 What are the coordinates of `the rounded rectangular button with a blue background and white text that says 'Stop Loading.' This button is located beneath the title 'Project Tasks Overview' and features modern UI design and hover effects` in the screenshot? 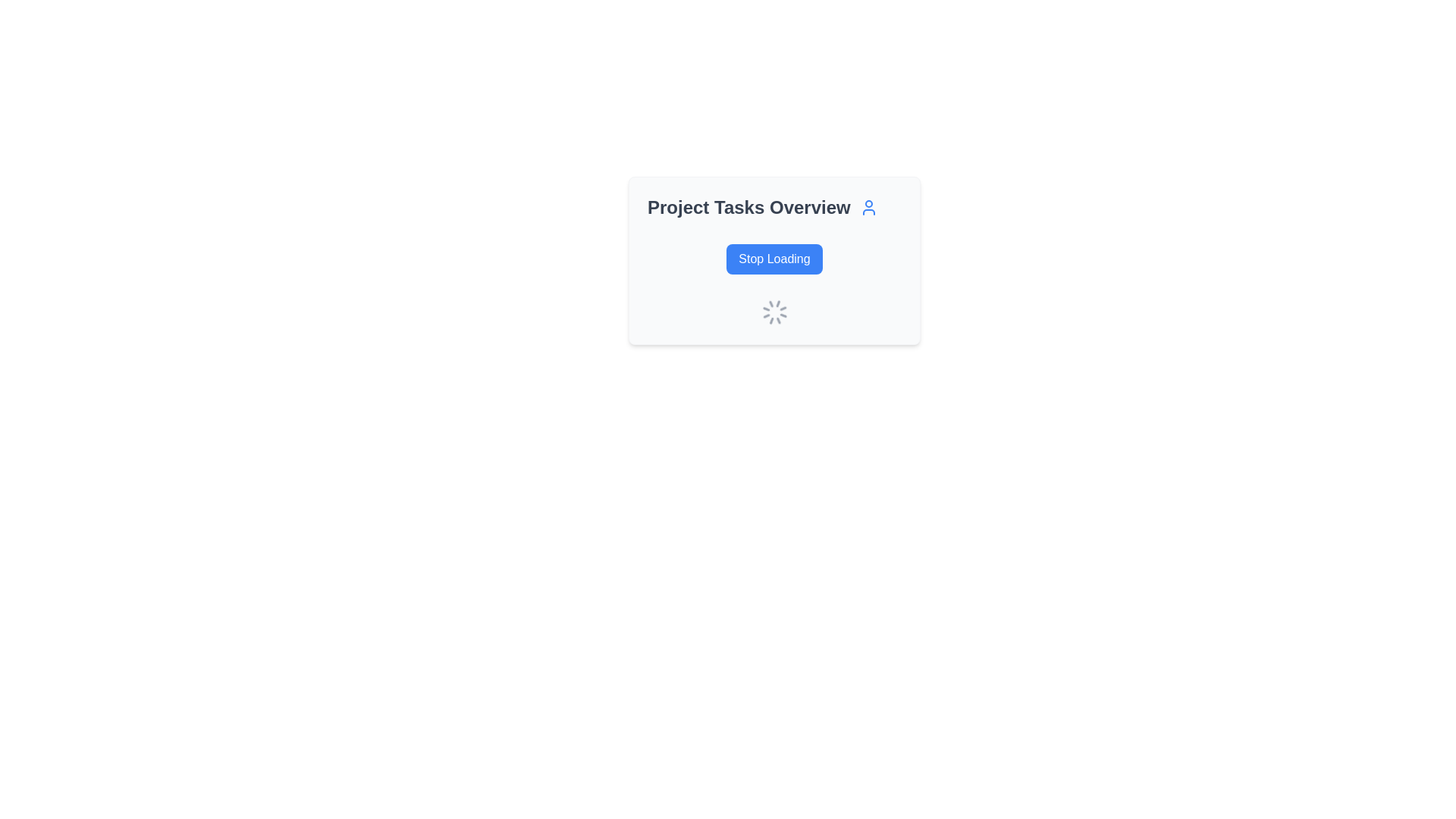 It's located at (774, 259).